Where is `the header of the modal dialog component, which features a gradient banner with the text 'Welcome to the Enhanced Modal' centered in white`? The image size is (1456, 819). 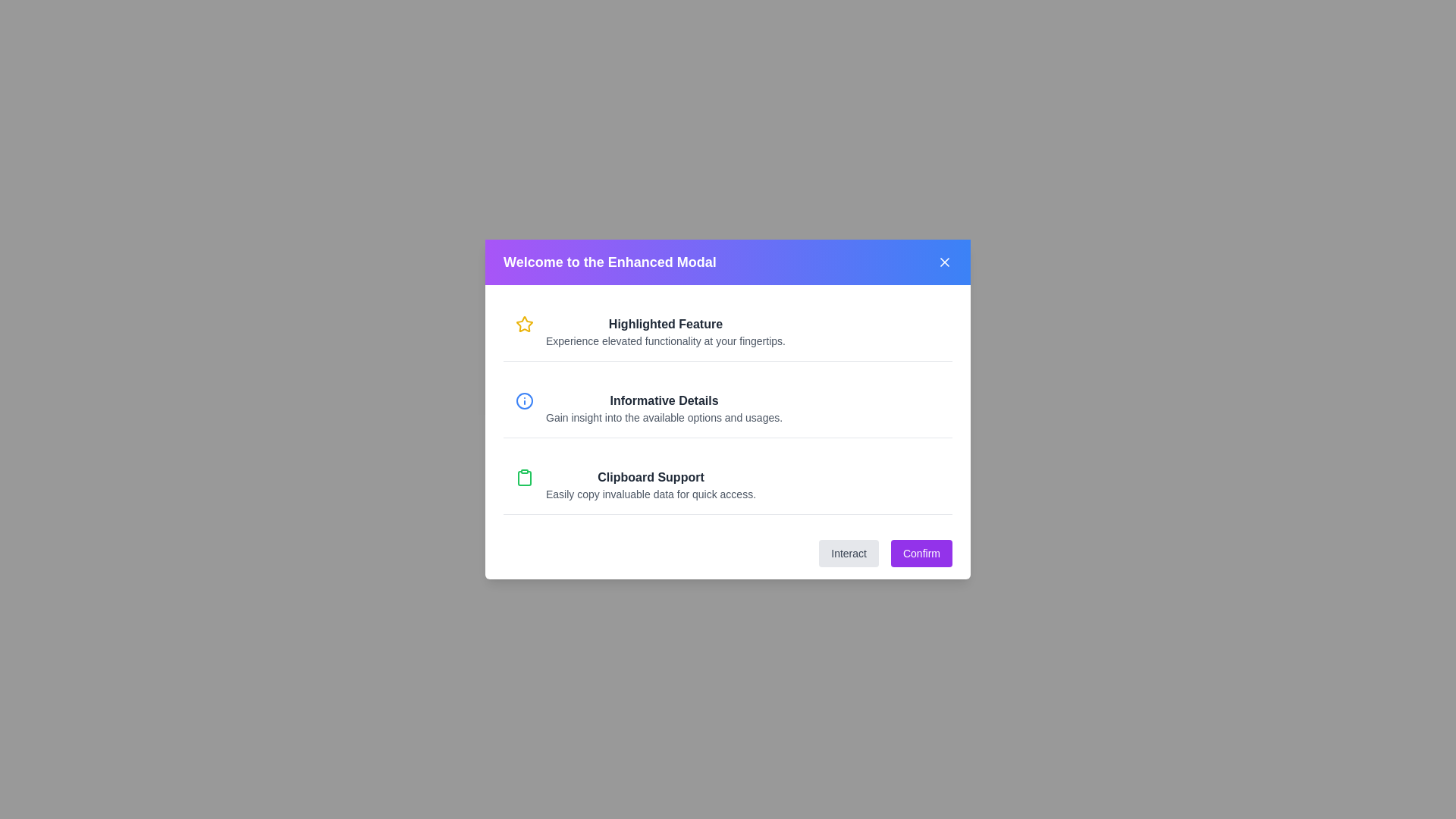
the header of the modal dialog component, which features a gradient banner with the text 'Welcome to the Enhanced Modal' centered in white is located at coordinates (601, 268).